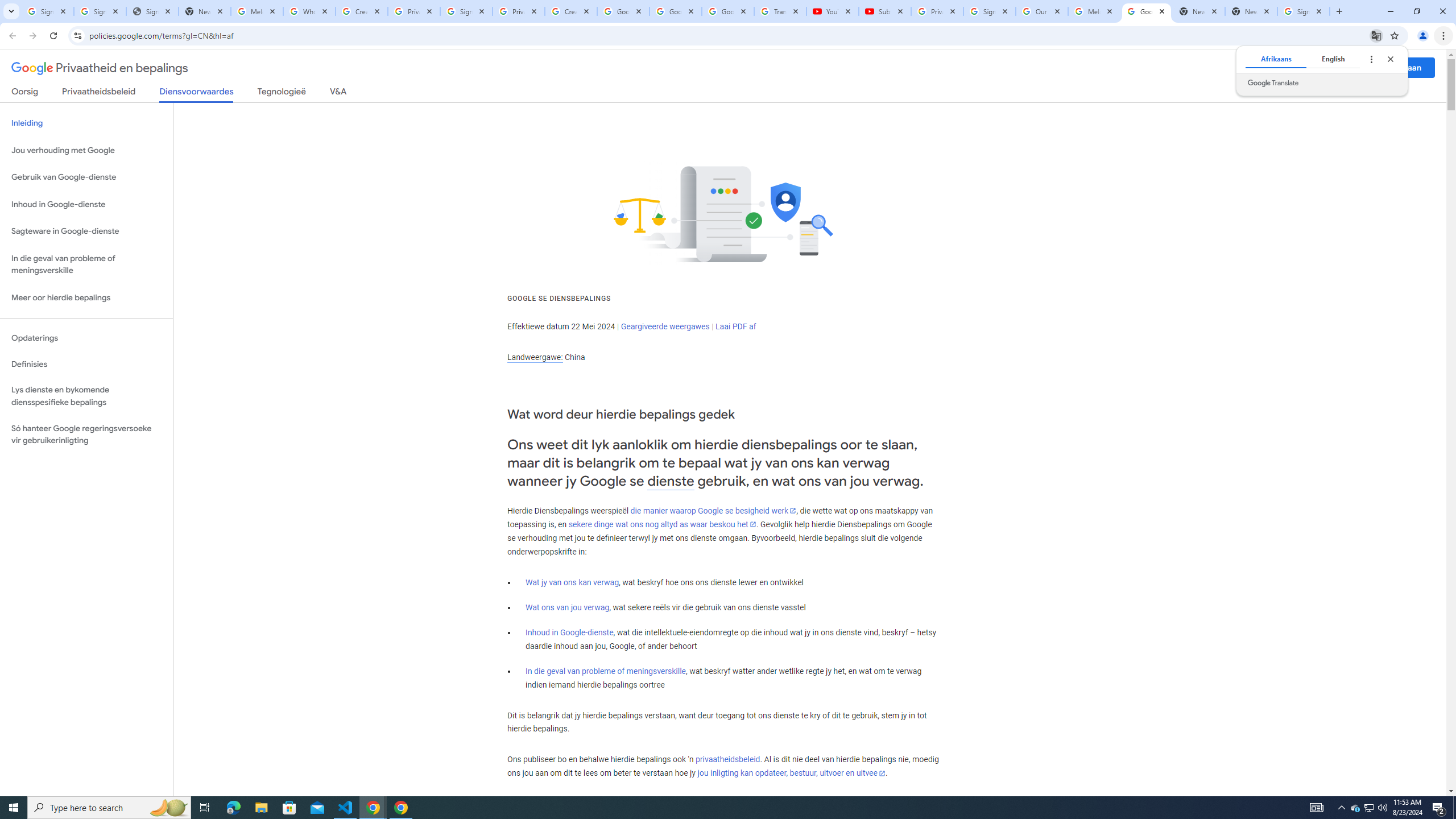  What do you see at coordinates (570, 11) in the screenshot?
I see `'Create your Google Account'` at bounding box center [570, 11].